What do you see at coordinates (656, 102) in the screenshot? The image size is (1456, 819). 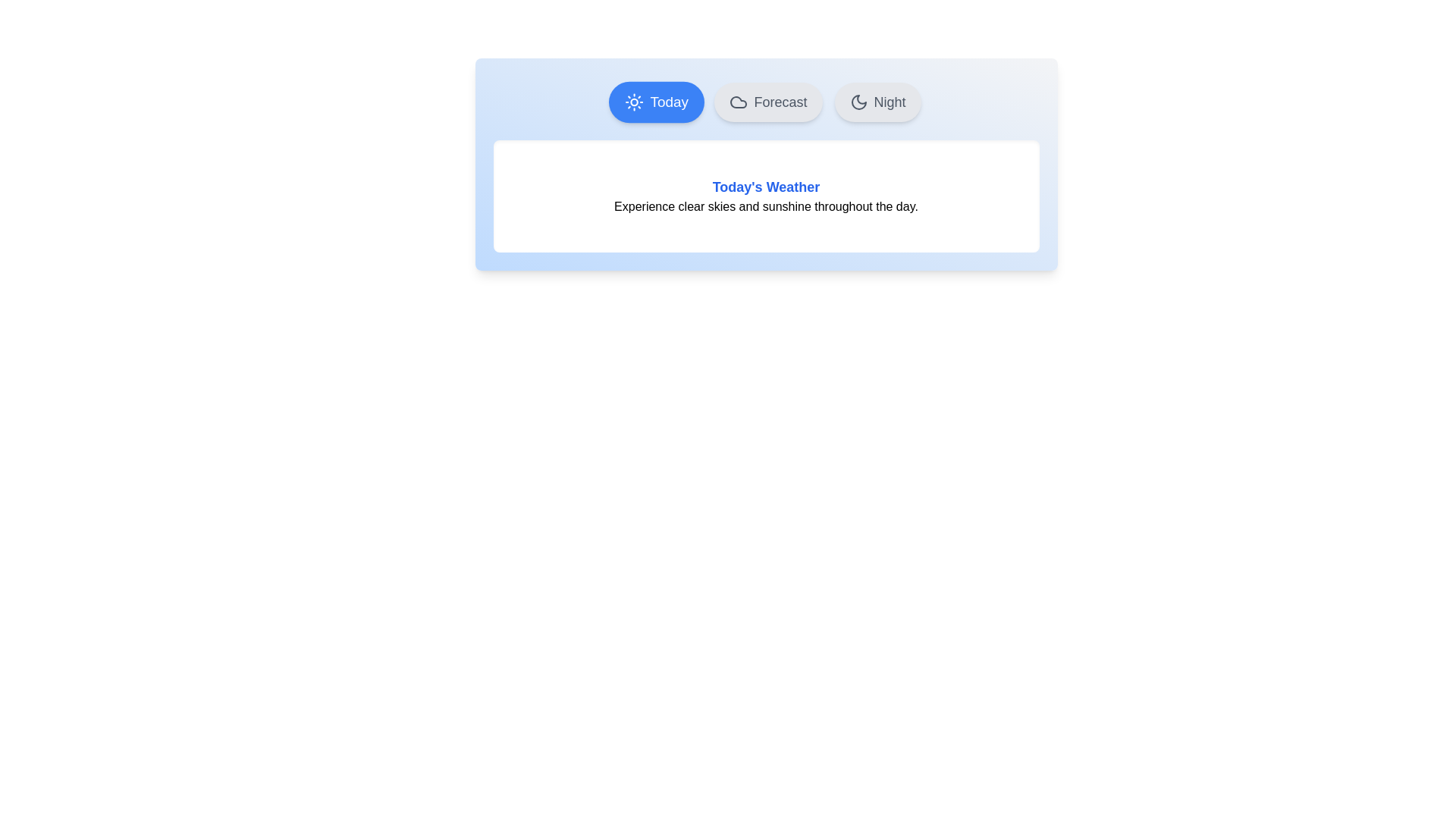 I see `the Today tab to view its content` at bounding box center [656, 102].